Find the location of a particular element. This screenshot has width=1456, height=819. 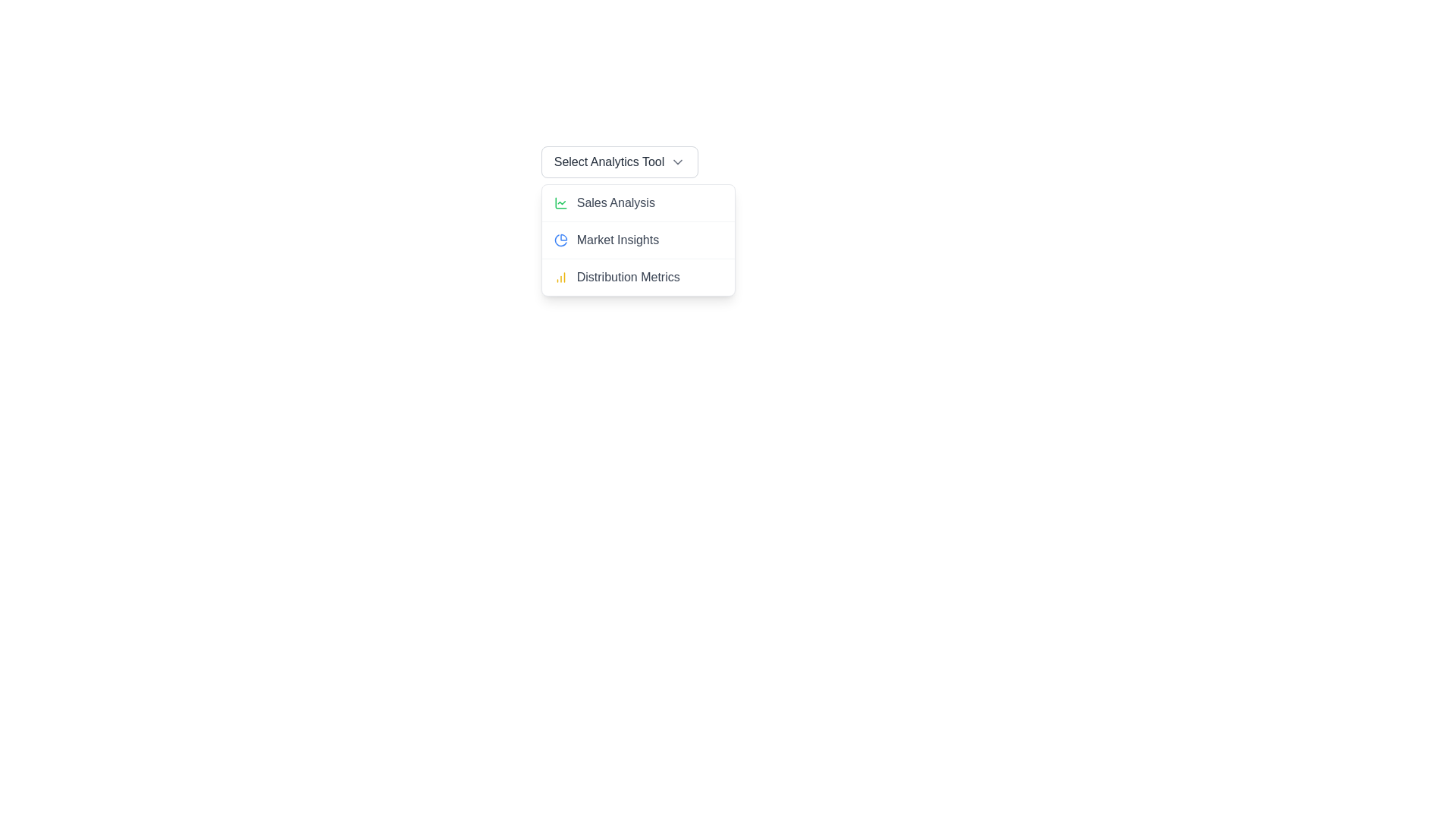

the 'Market Insights' list item located in the dropdown menu, which is the middle item in a vertical list of three items, positioned below 'Sales Analysis' and above 'Distribution Metrics' is located at coordinates (638, 239).